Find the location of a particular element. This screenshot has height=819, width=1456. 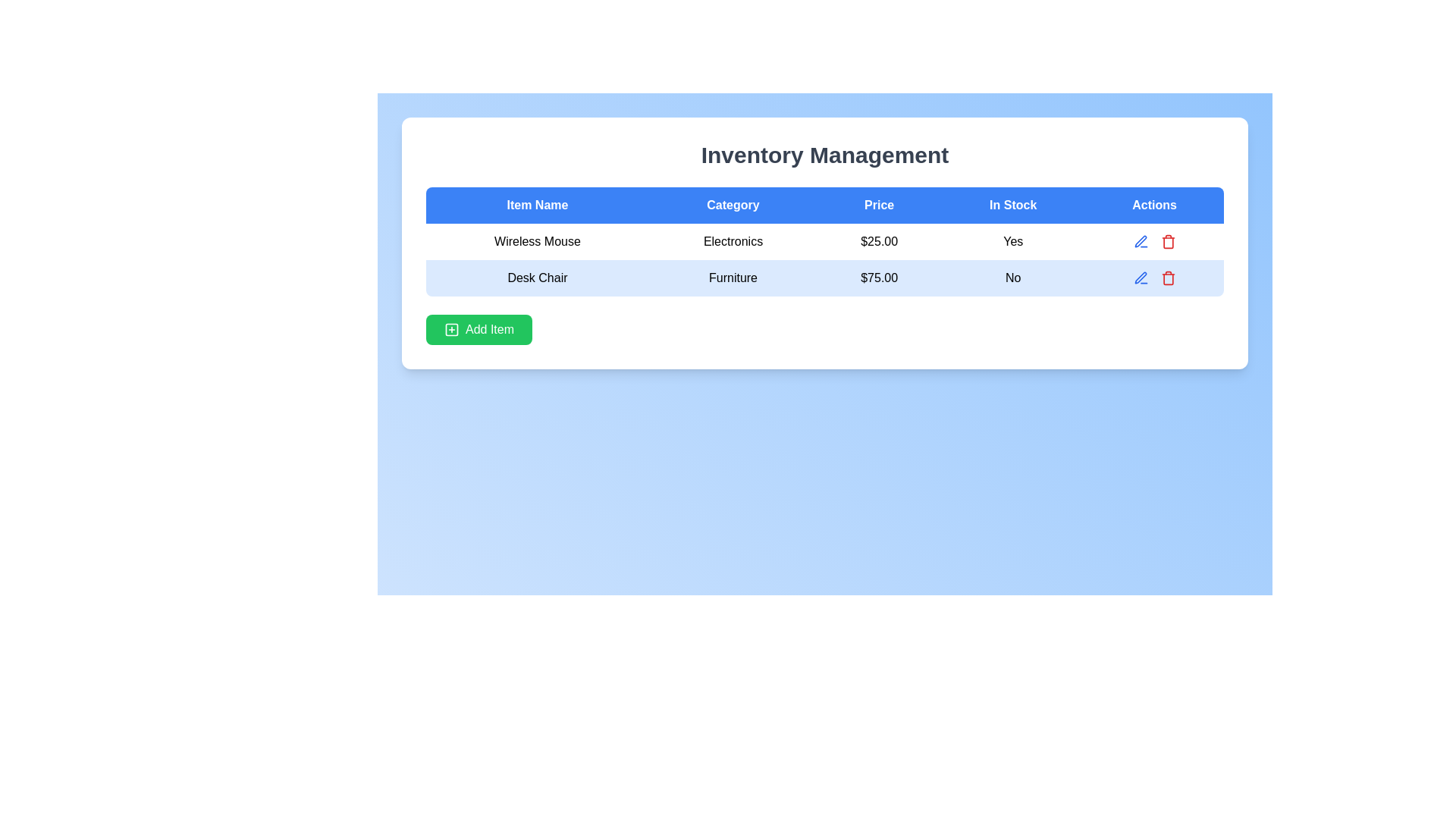

the delete button in the 'Actions' column of the row for 'Desk Chair' to initiate the delete operation is located at coordinates (1167, 241).